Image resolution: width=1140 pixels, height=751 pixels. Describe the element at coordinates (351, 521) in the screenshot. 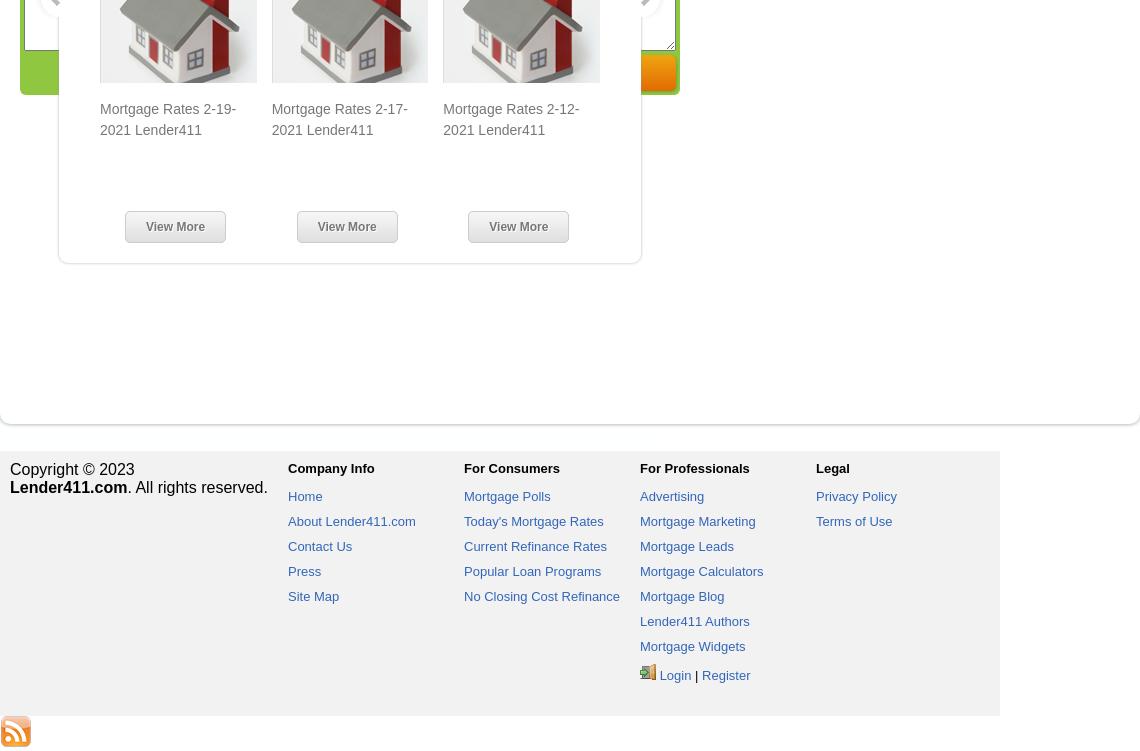

I see `'About Lender411.com'` at that location.